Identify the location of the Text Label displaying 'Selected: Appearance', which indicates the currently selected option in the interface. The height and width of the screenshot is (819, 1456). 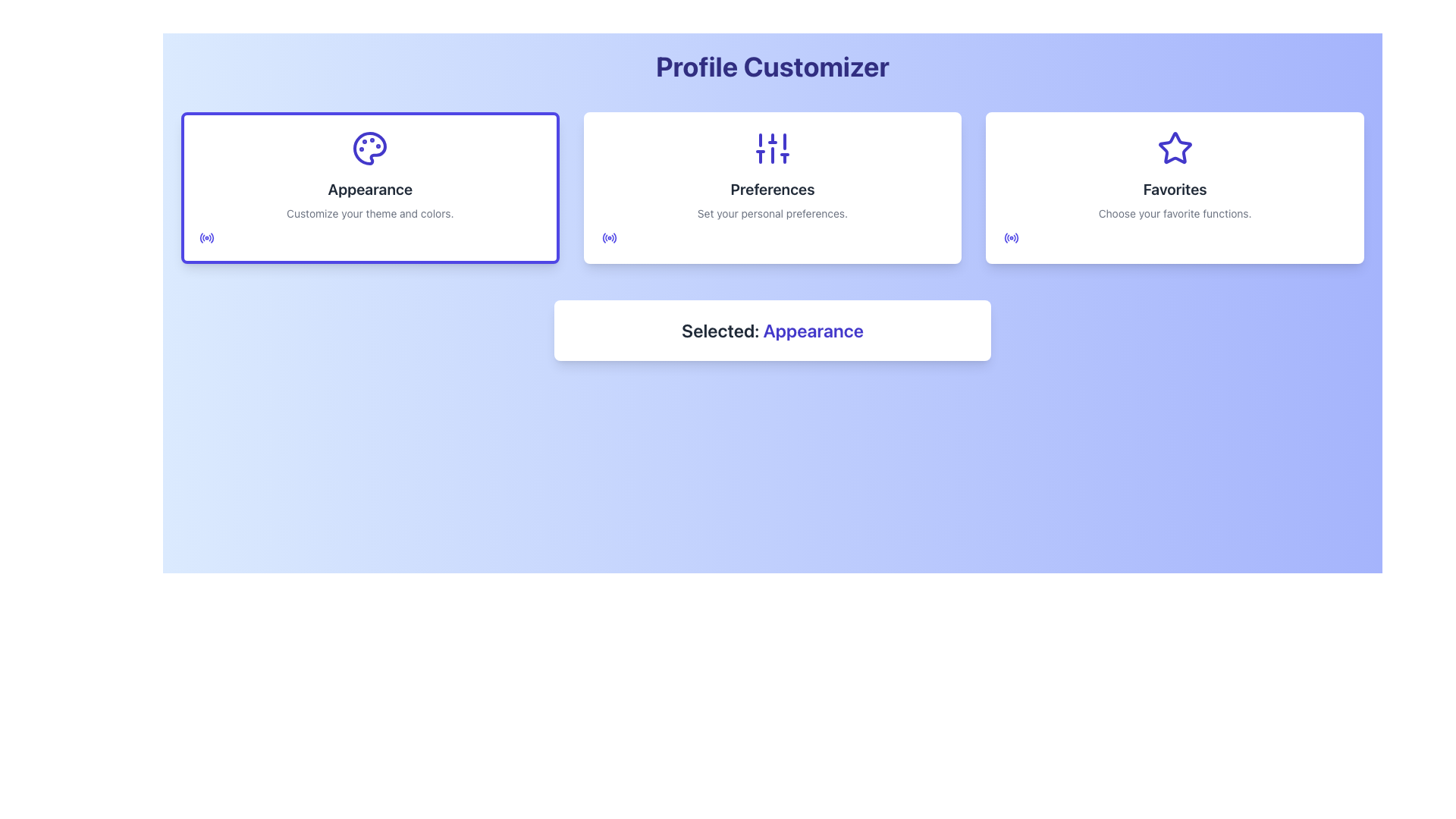
(811, 329).